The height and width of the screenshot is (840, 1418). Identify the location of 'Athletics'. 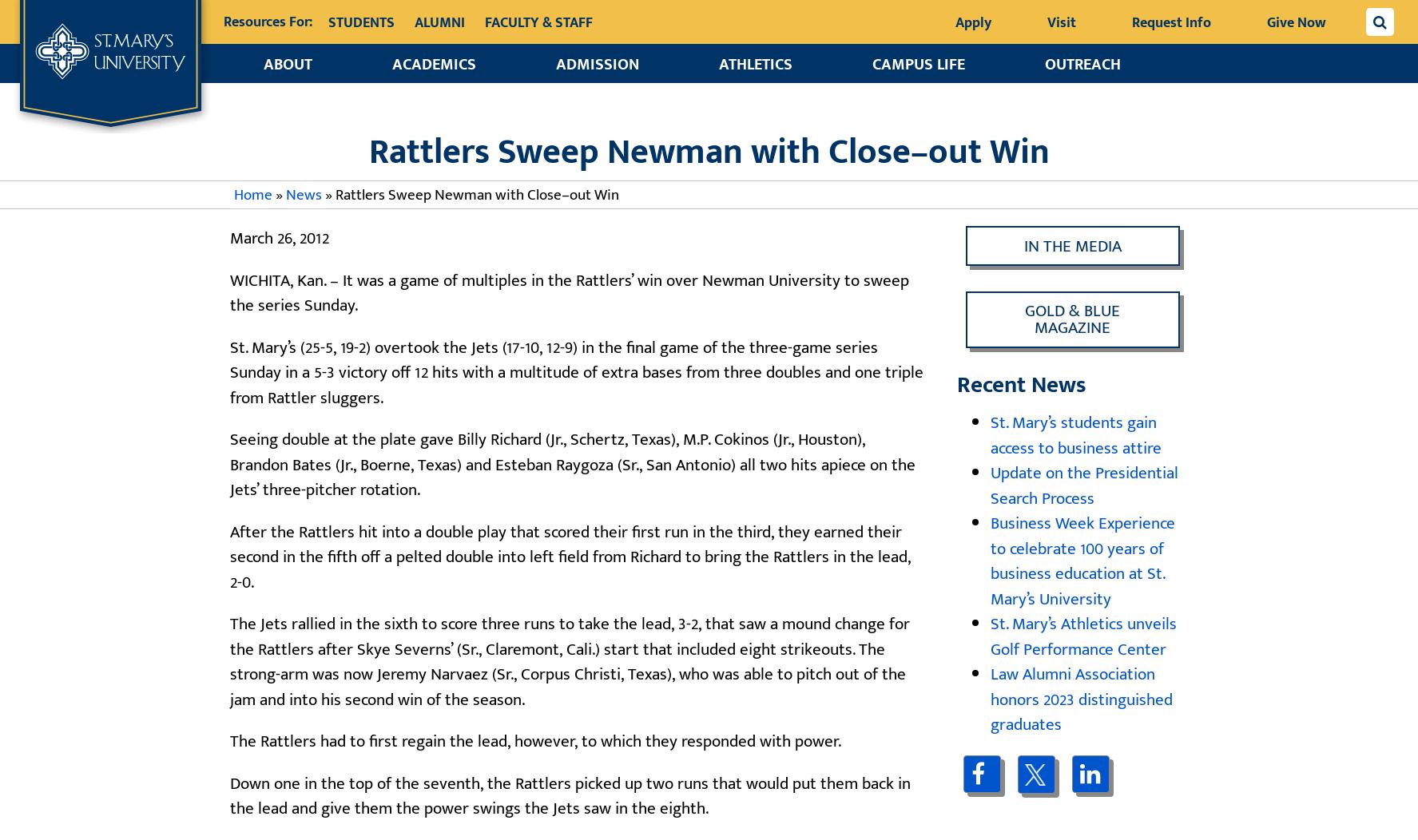
(718, 64).